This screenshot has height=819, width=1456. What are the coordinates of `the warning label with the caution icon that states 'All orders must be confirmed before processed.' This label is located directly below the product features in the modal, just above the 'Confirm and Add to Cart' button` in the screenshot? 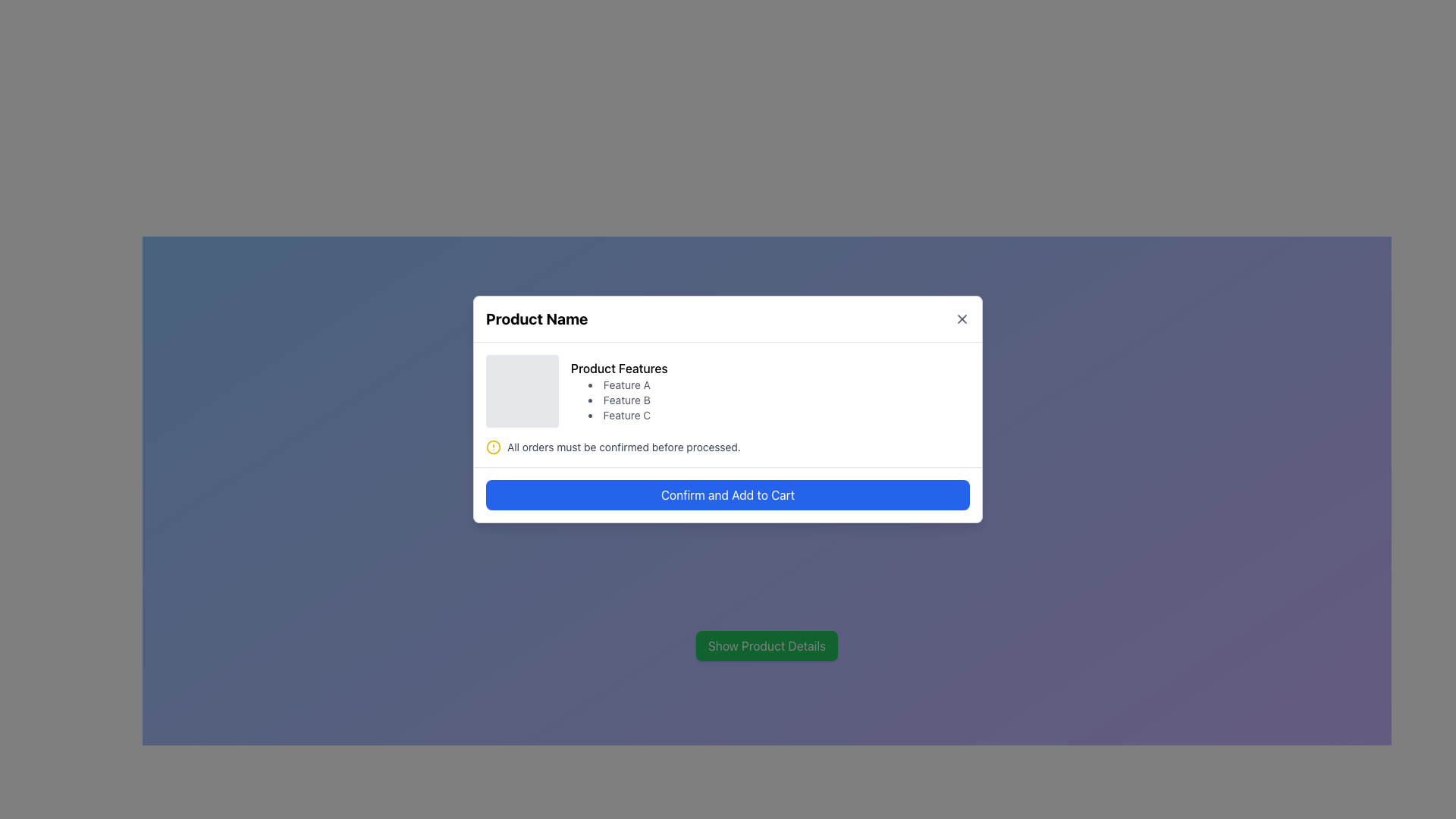 It's located at (728, 447).